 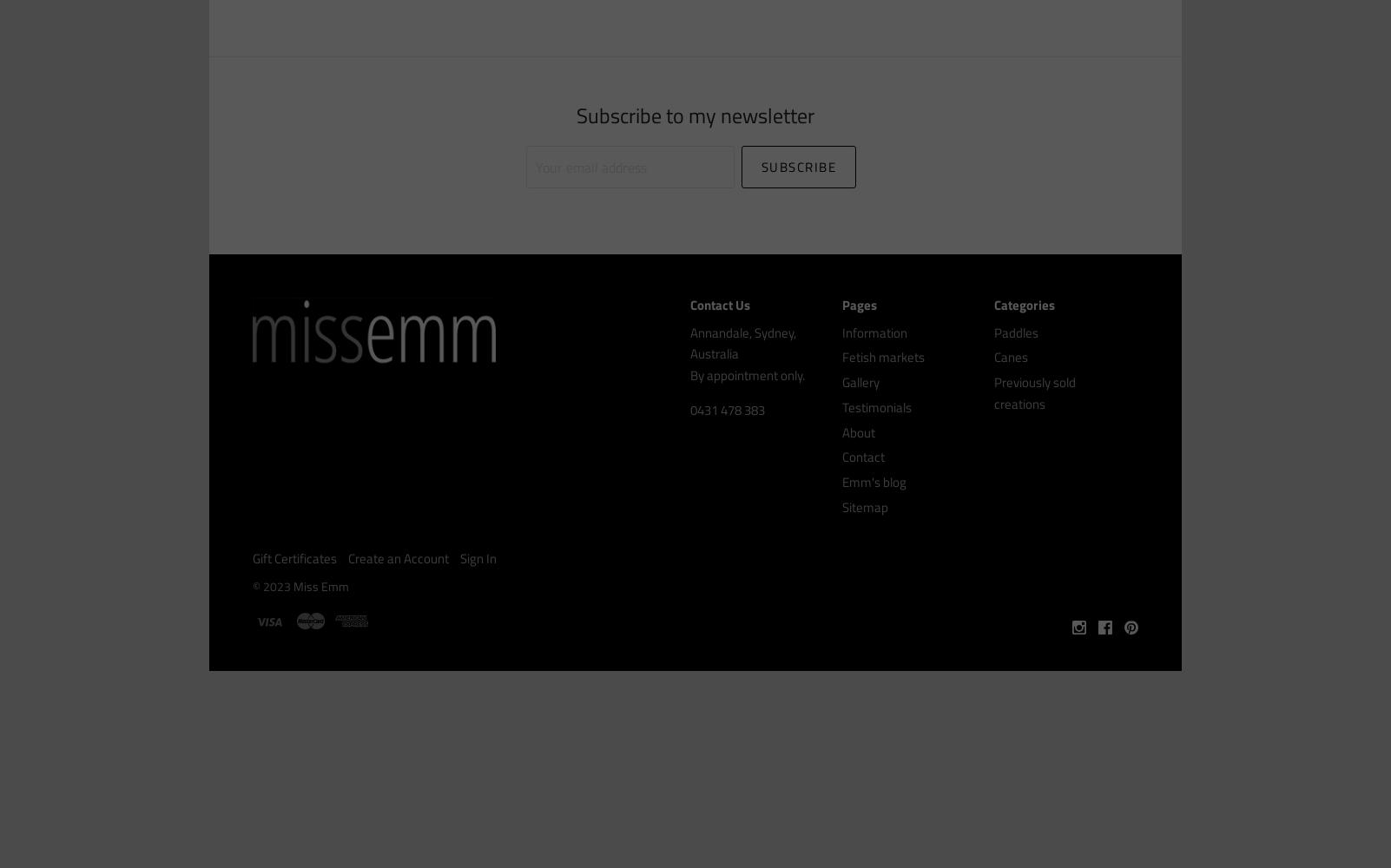 I want to click on 'Miss Emm', so click(x=320, y=586).